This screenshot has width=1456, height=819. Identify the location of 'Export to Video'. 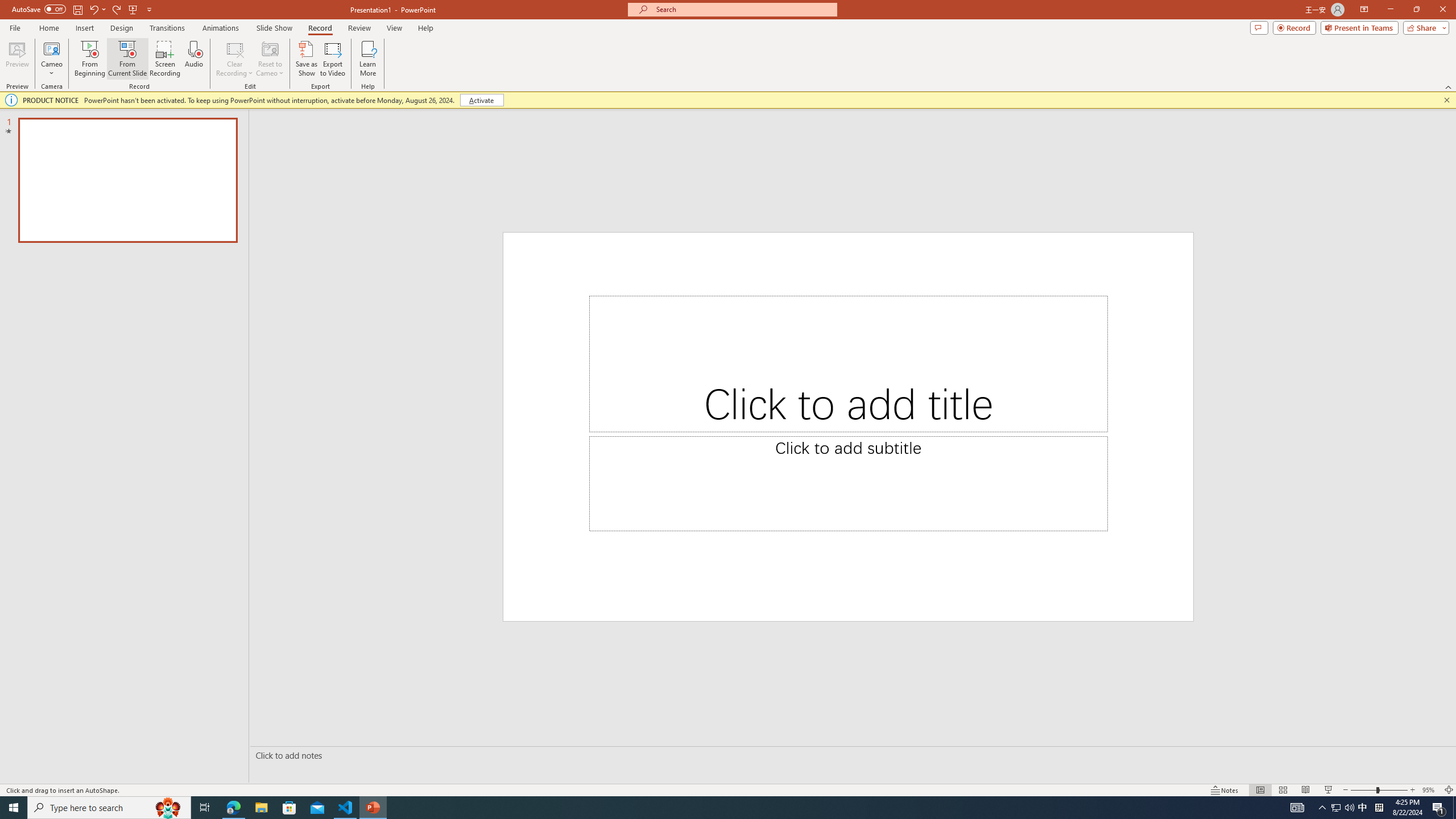
(332, 59).